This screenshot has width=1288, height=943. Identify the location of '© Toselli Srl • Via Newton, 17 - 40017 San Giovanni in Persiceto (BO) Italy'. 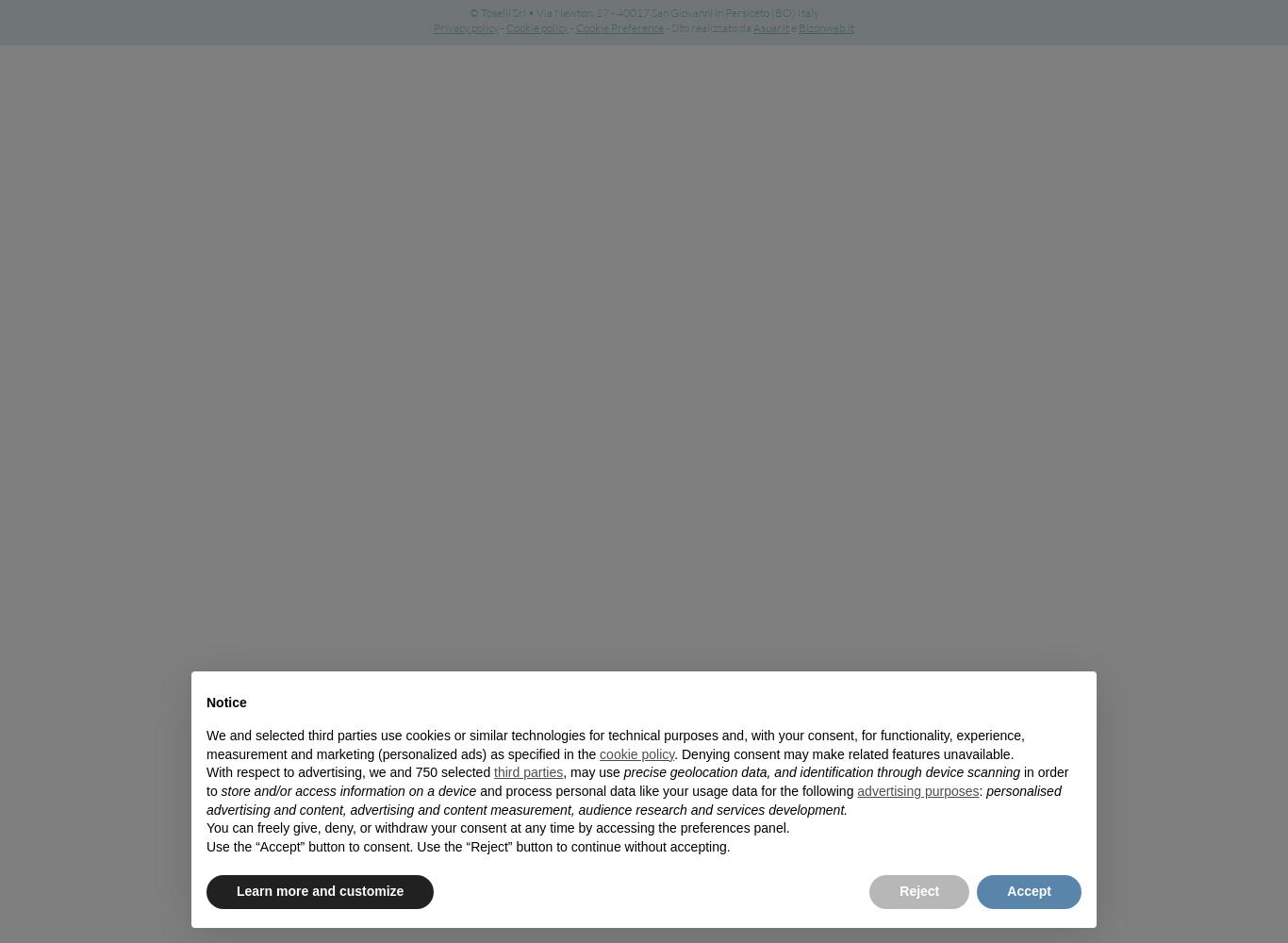
(468, 12).